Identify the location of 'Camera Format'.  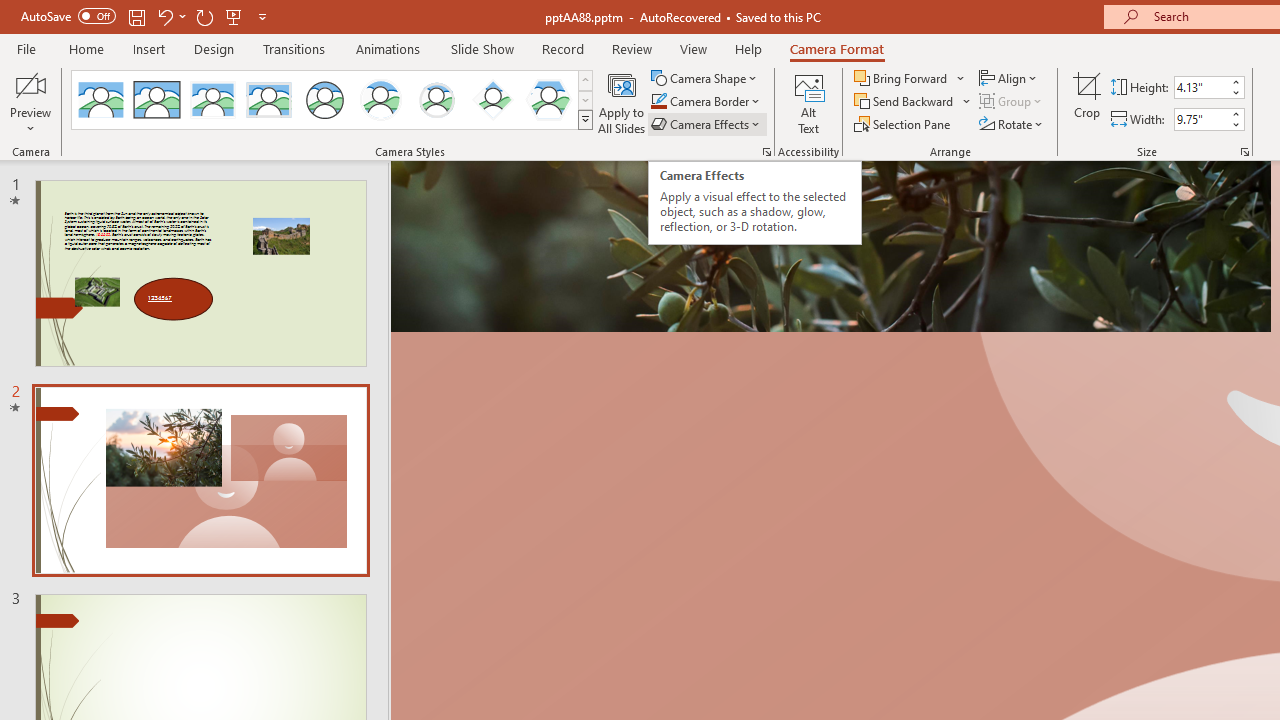
(837, 48).